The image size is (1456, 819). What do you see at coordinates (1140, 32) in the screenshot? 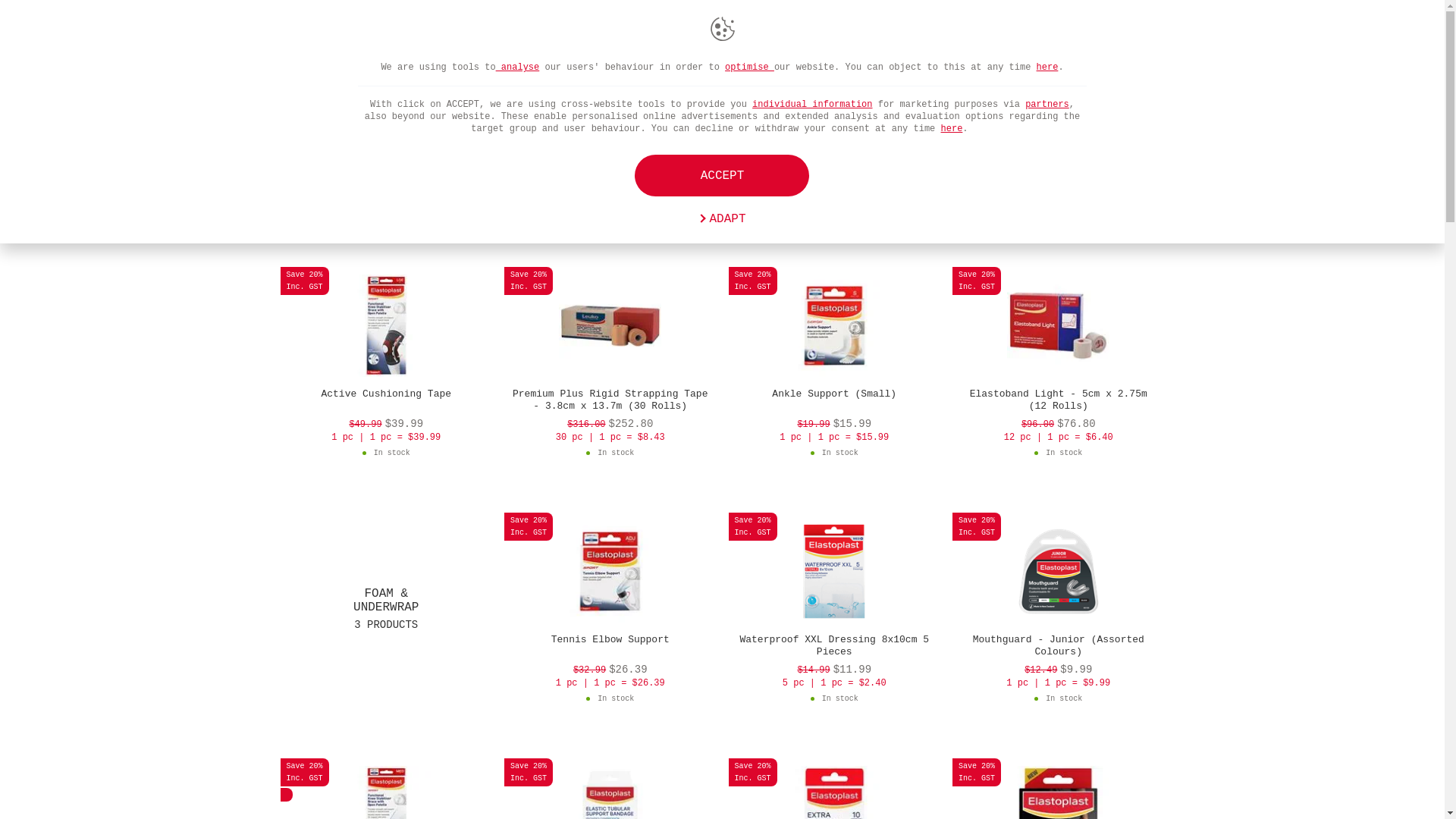
I see `'Action'` at bounding box center [1140, 32].